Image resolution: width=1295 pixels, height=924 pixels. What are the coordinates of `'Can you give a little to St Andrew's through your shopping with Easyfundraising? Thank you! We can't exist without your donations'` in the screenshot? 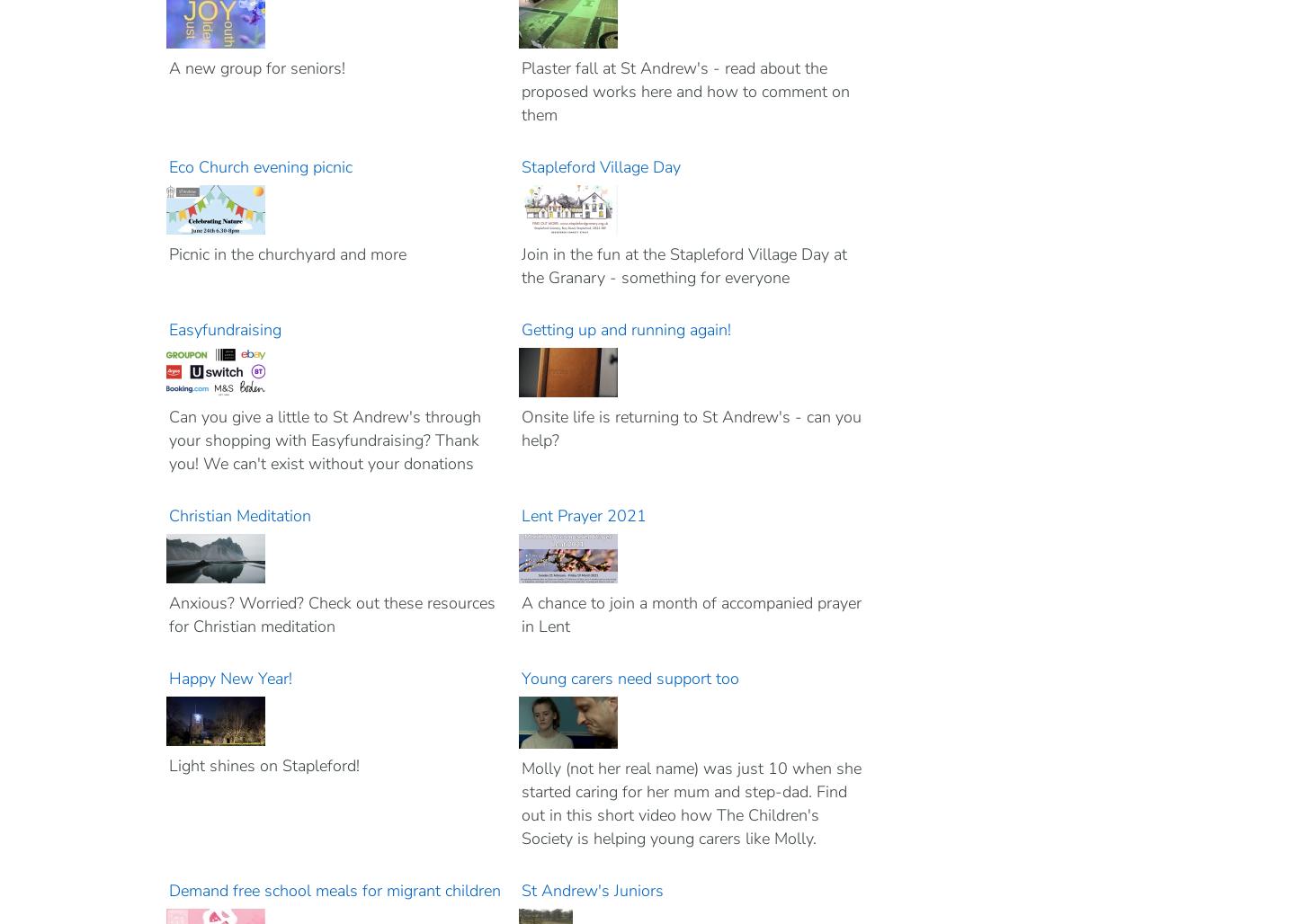 It's located at (324, 440).